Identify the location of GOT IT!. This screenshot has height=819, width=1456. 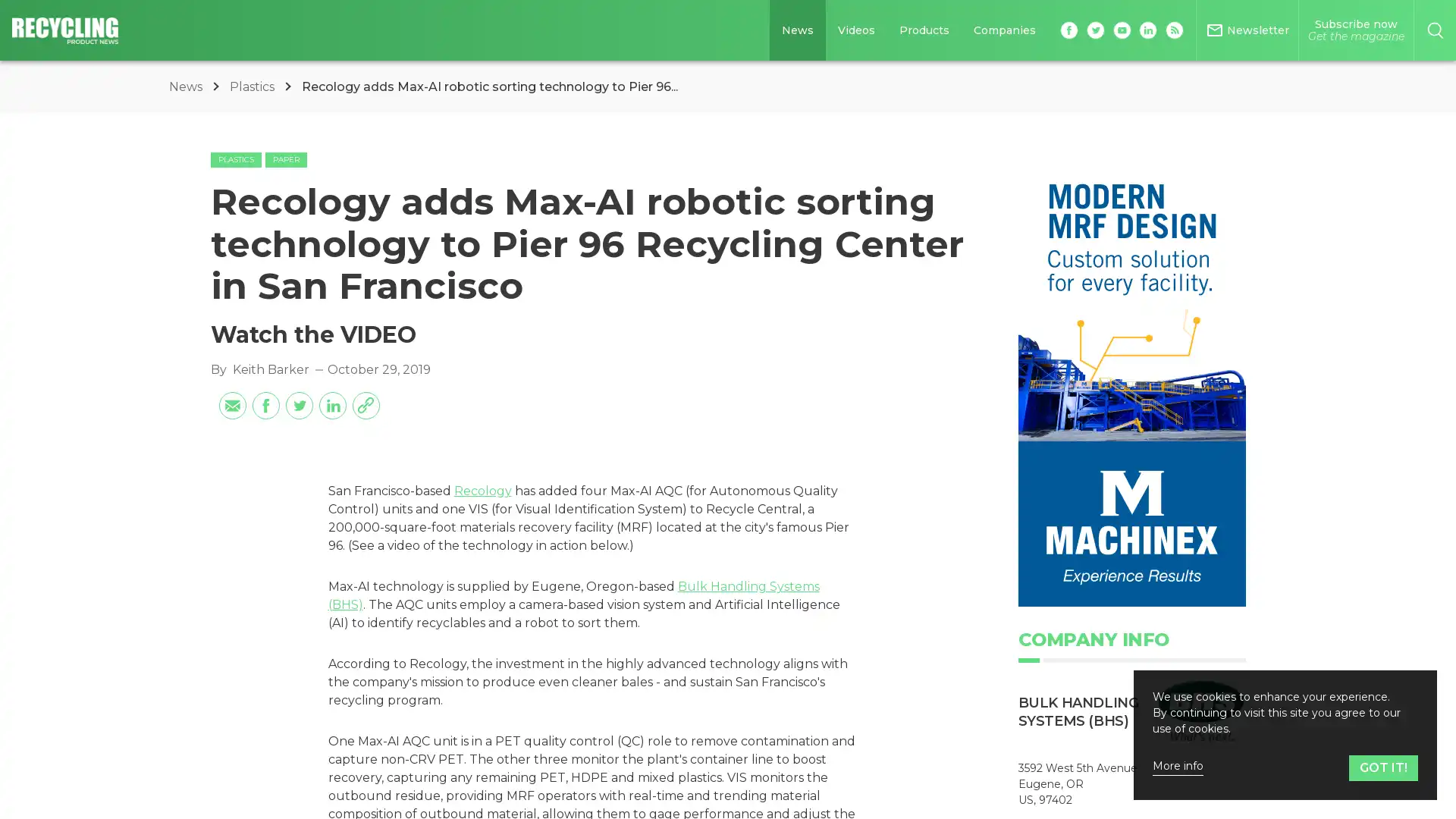
(1383, 767).